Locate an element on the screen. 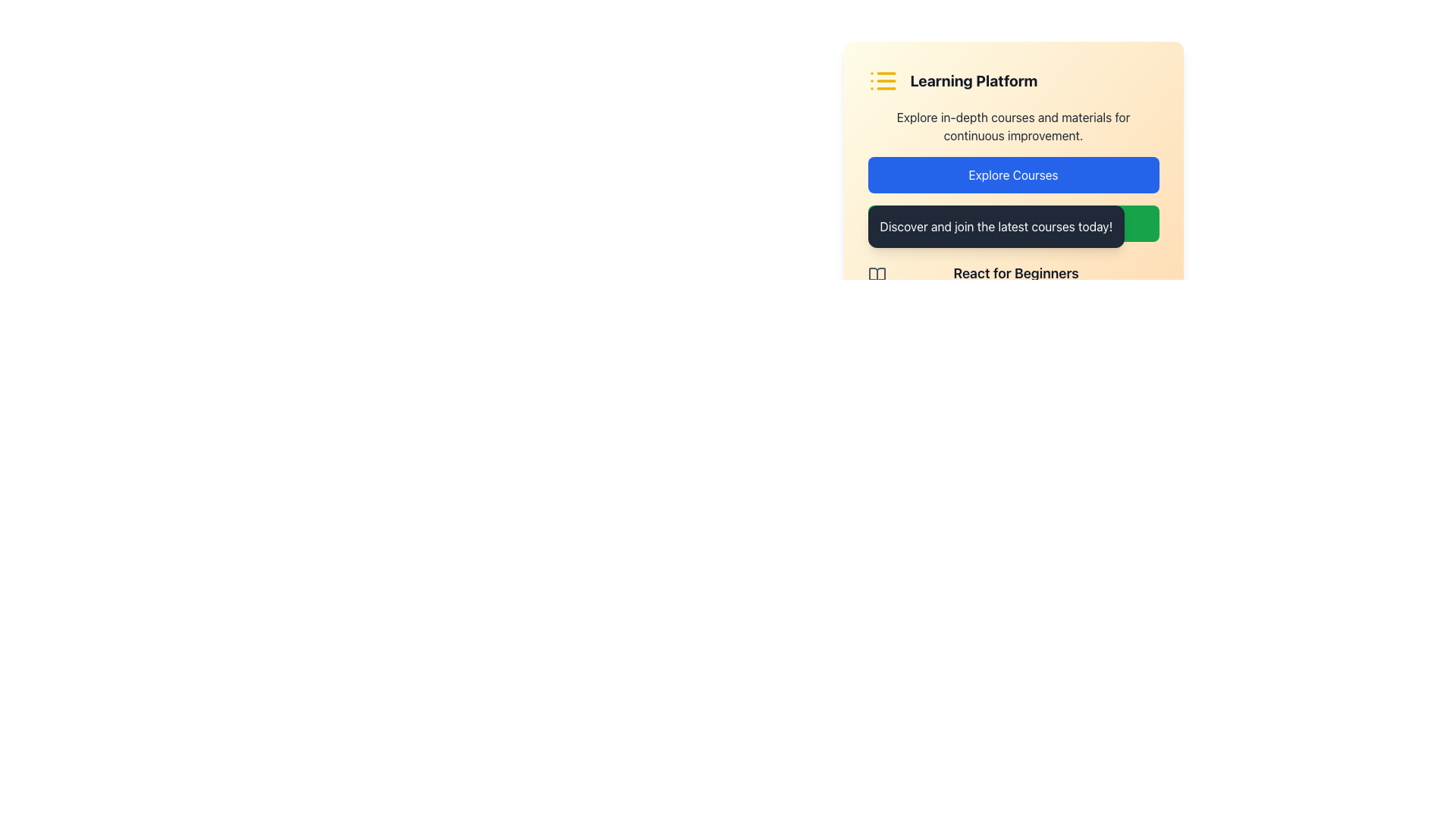 The width and height of the screenshot is (1456, 819). the rectangular dark green button labeled 'Hide Details' to trigger the hover effect is located at coordinates (1013, 223).